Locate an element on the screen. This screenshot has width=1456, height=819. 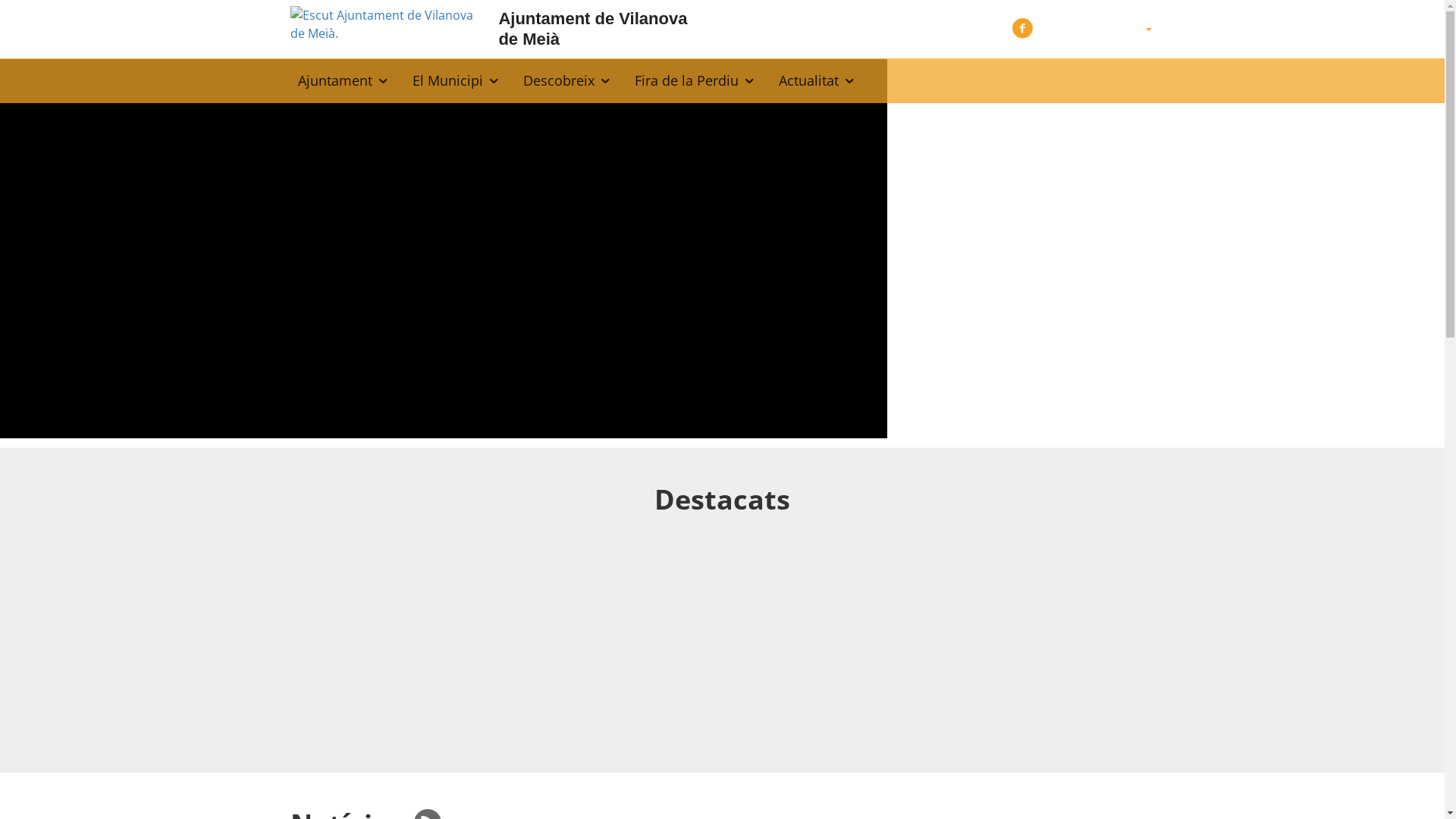
'Actualitat' is located at coordinates (815, 80).